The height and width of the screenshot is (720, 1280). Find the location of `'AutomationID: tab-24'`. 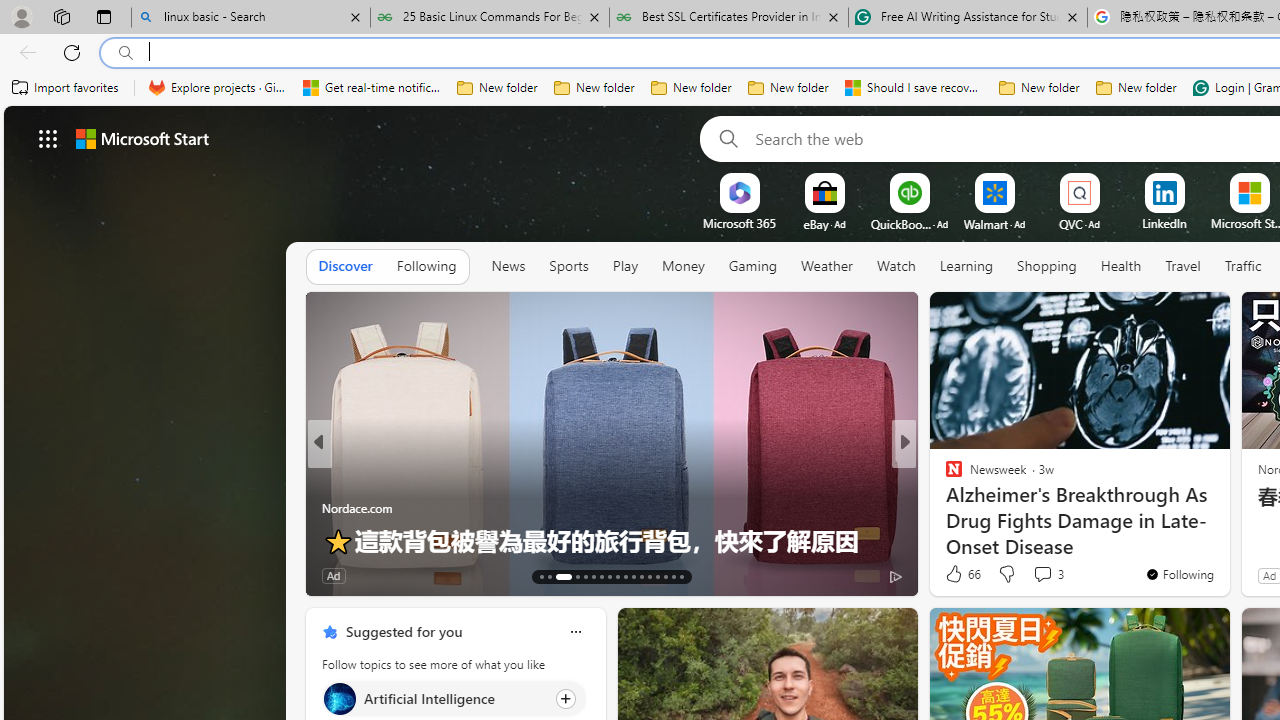

'AutomationID: tab-24' is located at coordinates (641, 577).